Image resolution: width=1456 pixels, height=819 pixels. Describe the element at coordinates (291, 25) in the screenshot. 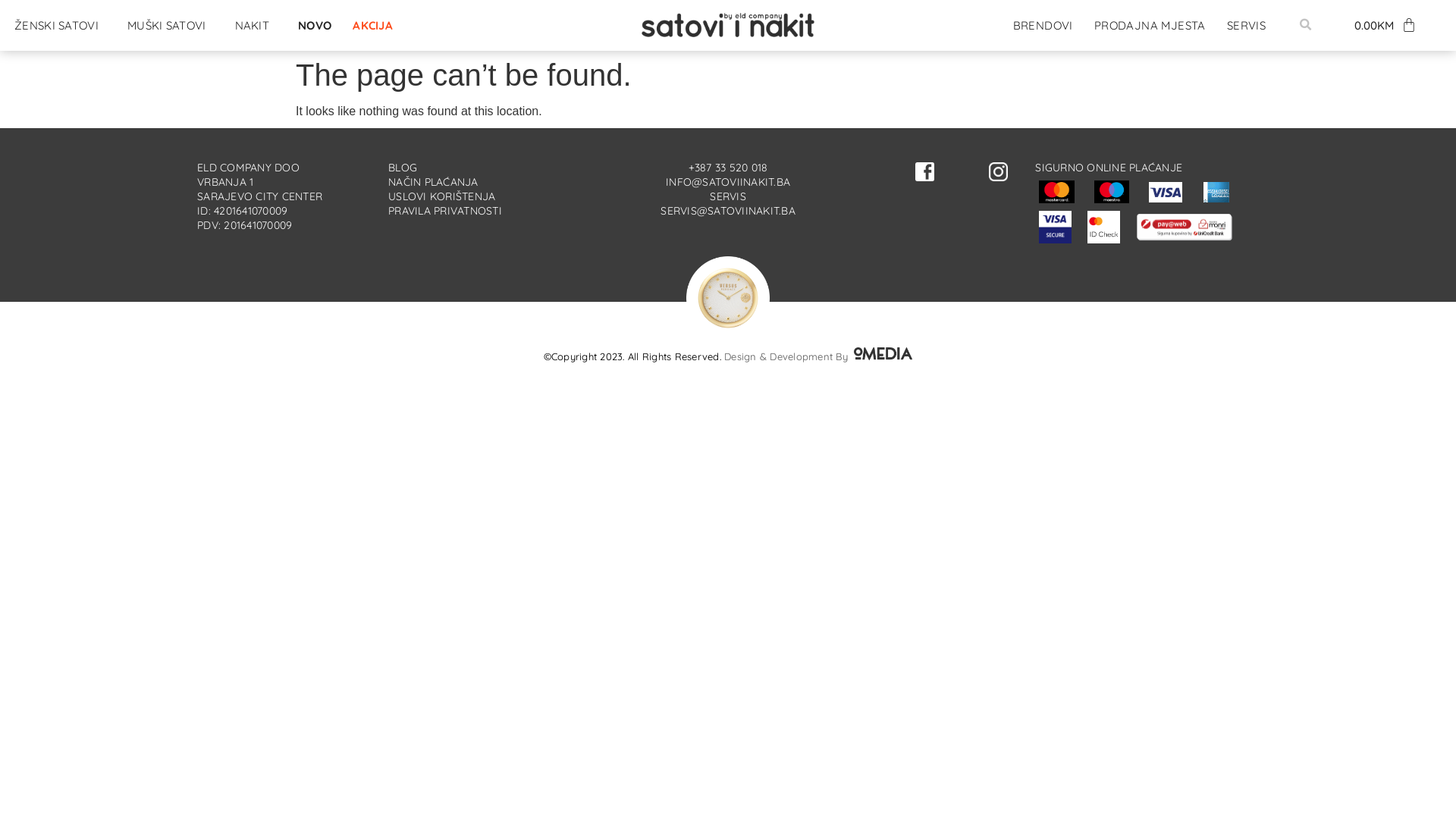

I see `'NOVO'` at that location.